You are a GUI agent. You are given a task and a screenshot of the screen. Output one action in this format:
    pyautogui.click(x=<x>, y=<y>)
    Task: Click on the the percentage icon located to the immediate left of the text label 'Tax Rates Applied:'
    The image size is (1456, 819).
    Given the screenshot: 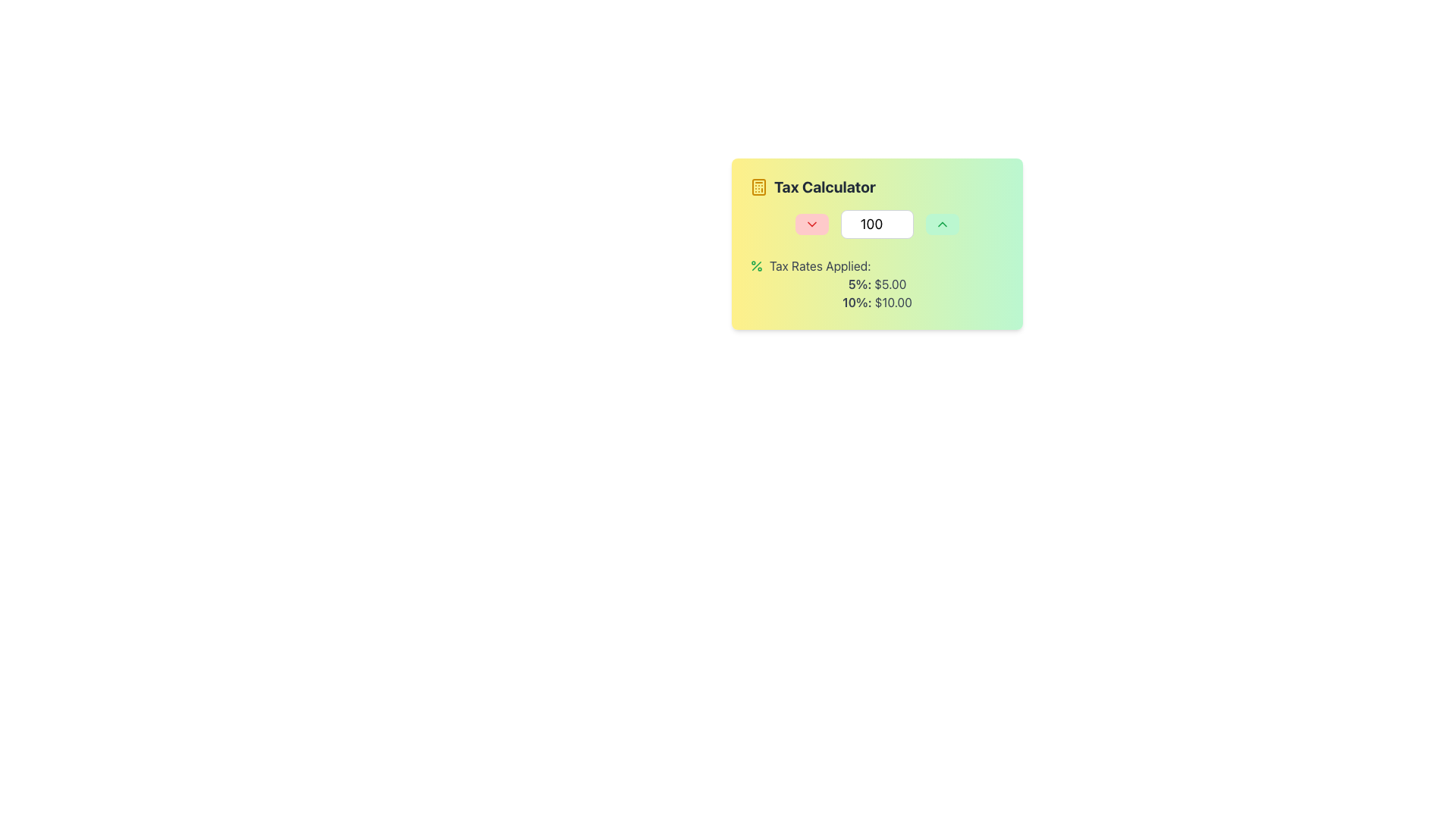 What is the action you would take?
    pyautogui.click(x=757, y=265)
    